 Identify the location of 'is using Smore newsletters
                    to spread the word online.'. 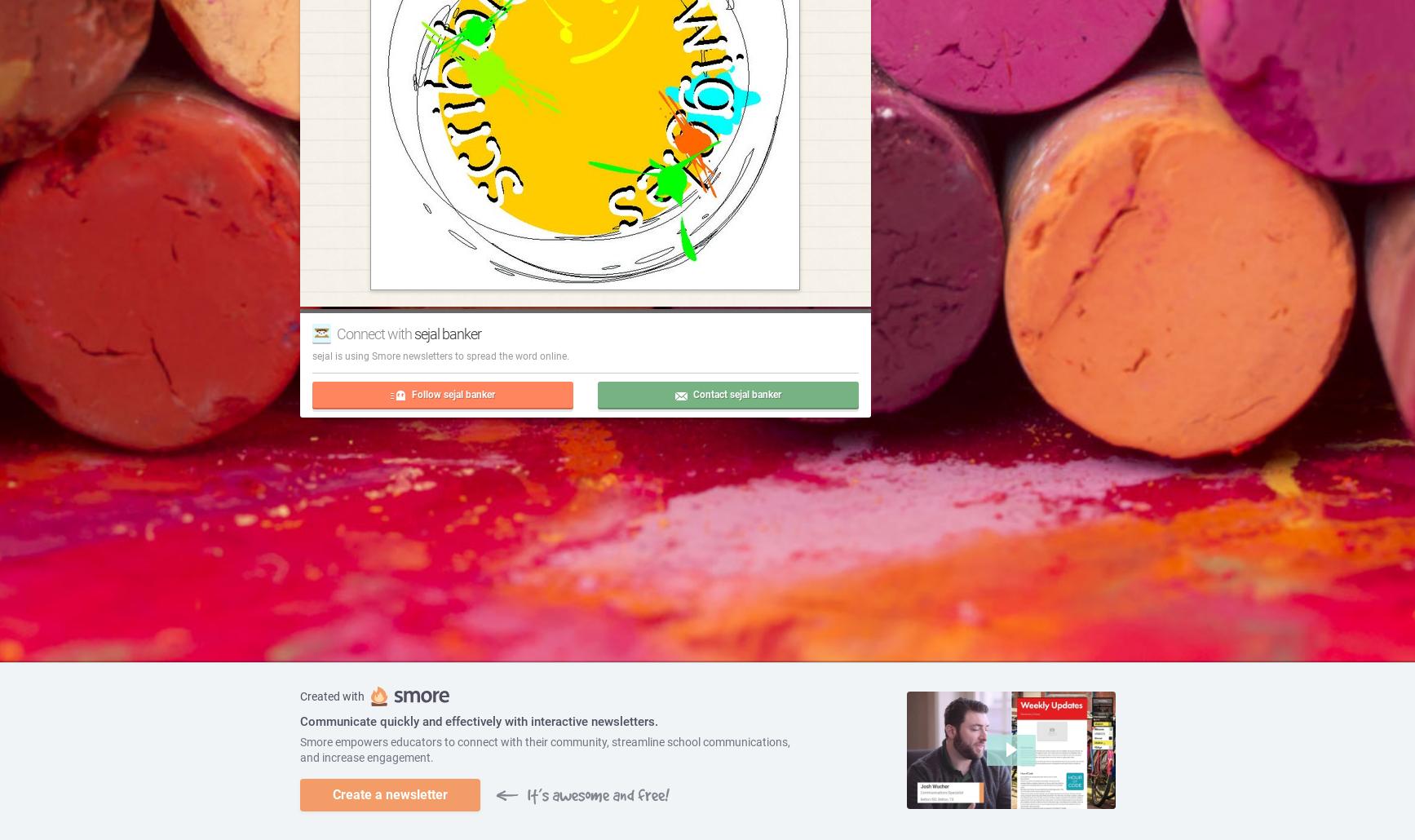
(450, 354).